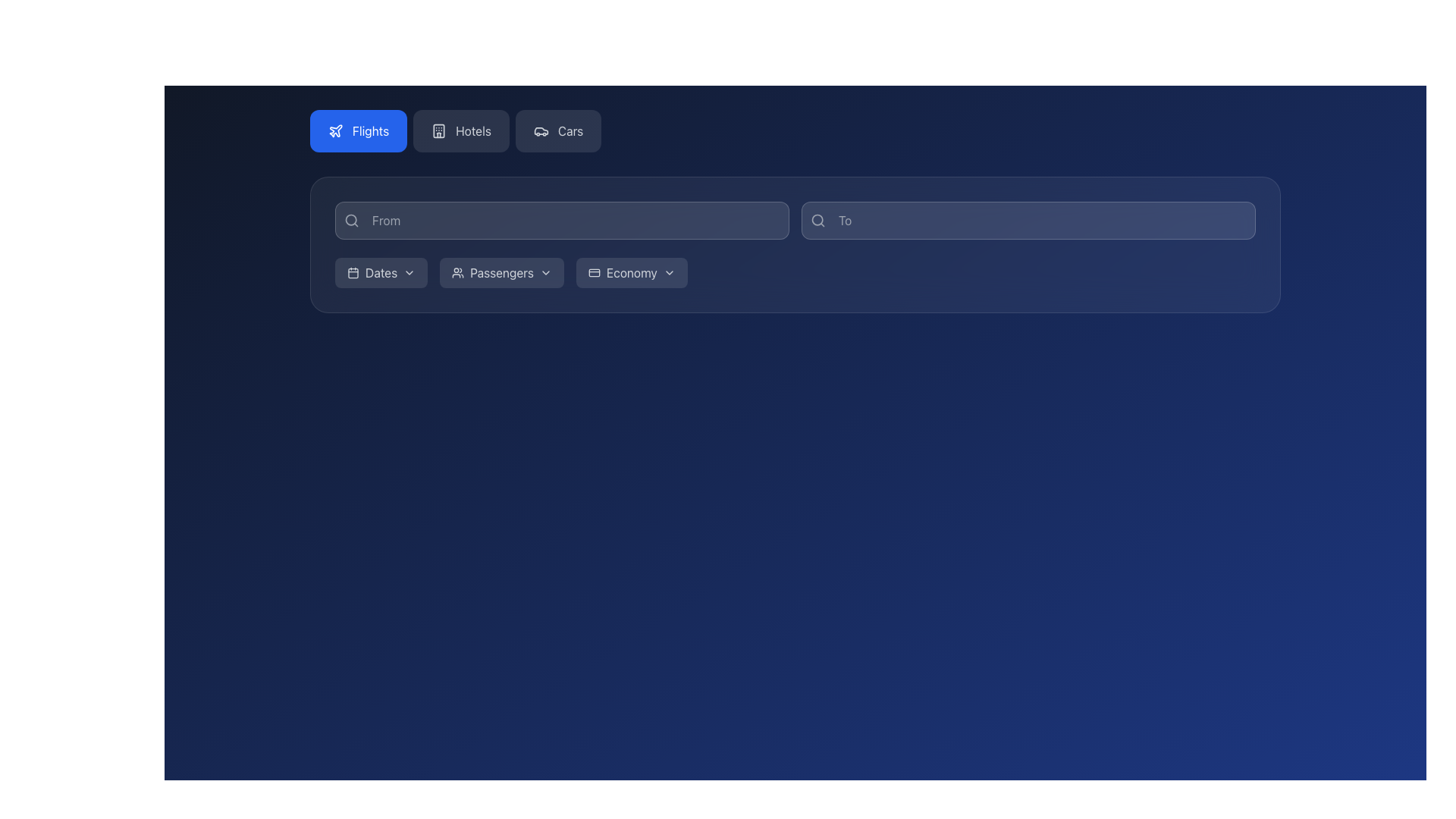  Describe the element at coordinates (358, 130) in the screenshot. I see `the 'Flights' button, a rectangular button with rounded corners, blue background, white text, and an airplane icon on the left` at that location.